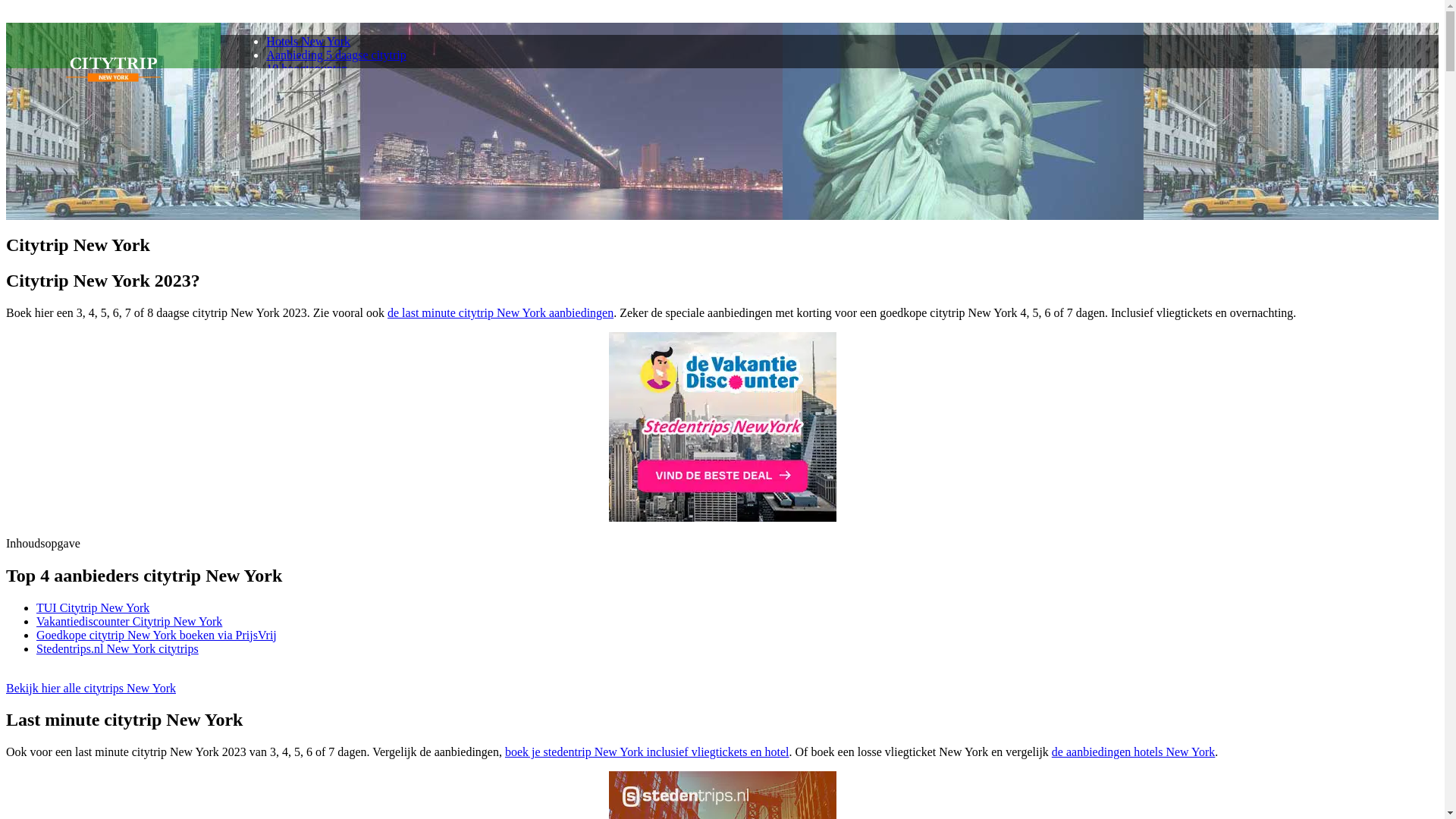 This screenshot has width=1456, height=819. I want to click on 'boek je stedentrip New York inclusief vliegtickets en hotel', so click(647, 752).